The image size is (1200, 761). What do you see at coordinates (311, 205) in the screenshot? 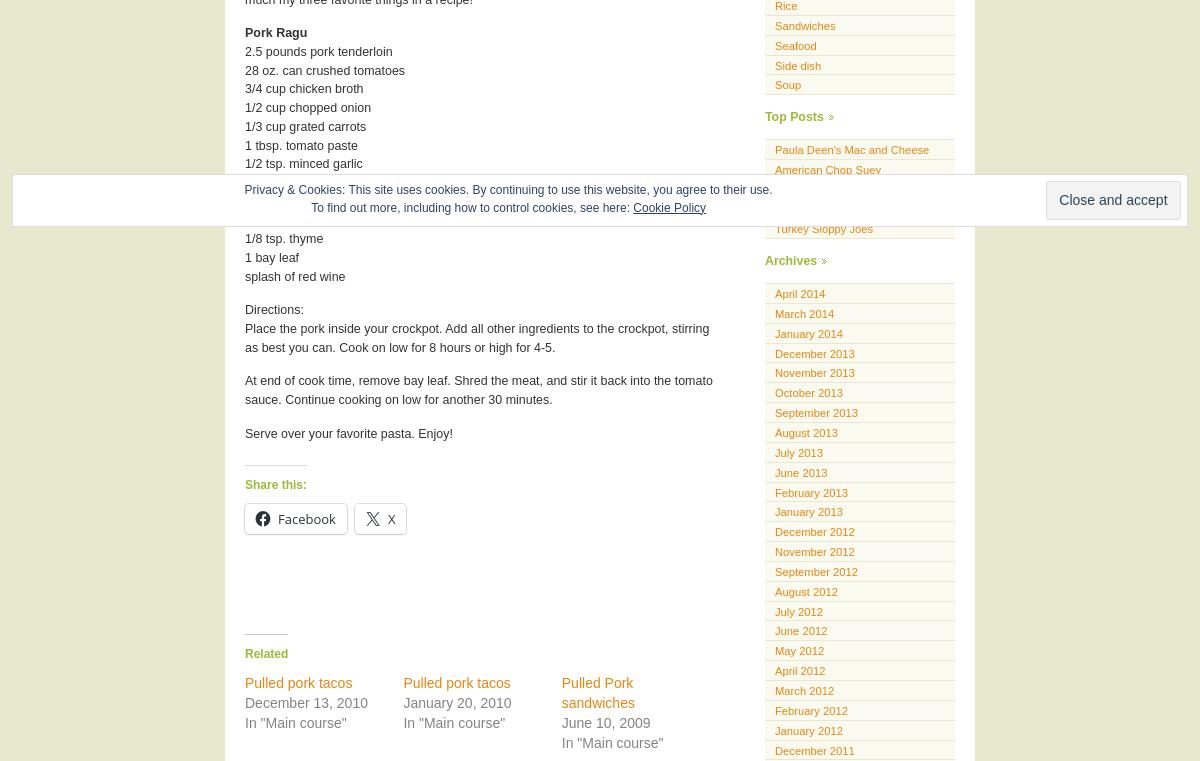
I see `'To find out more, including how to control cookies, see here:'` at bounding box center [311, 205].